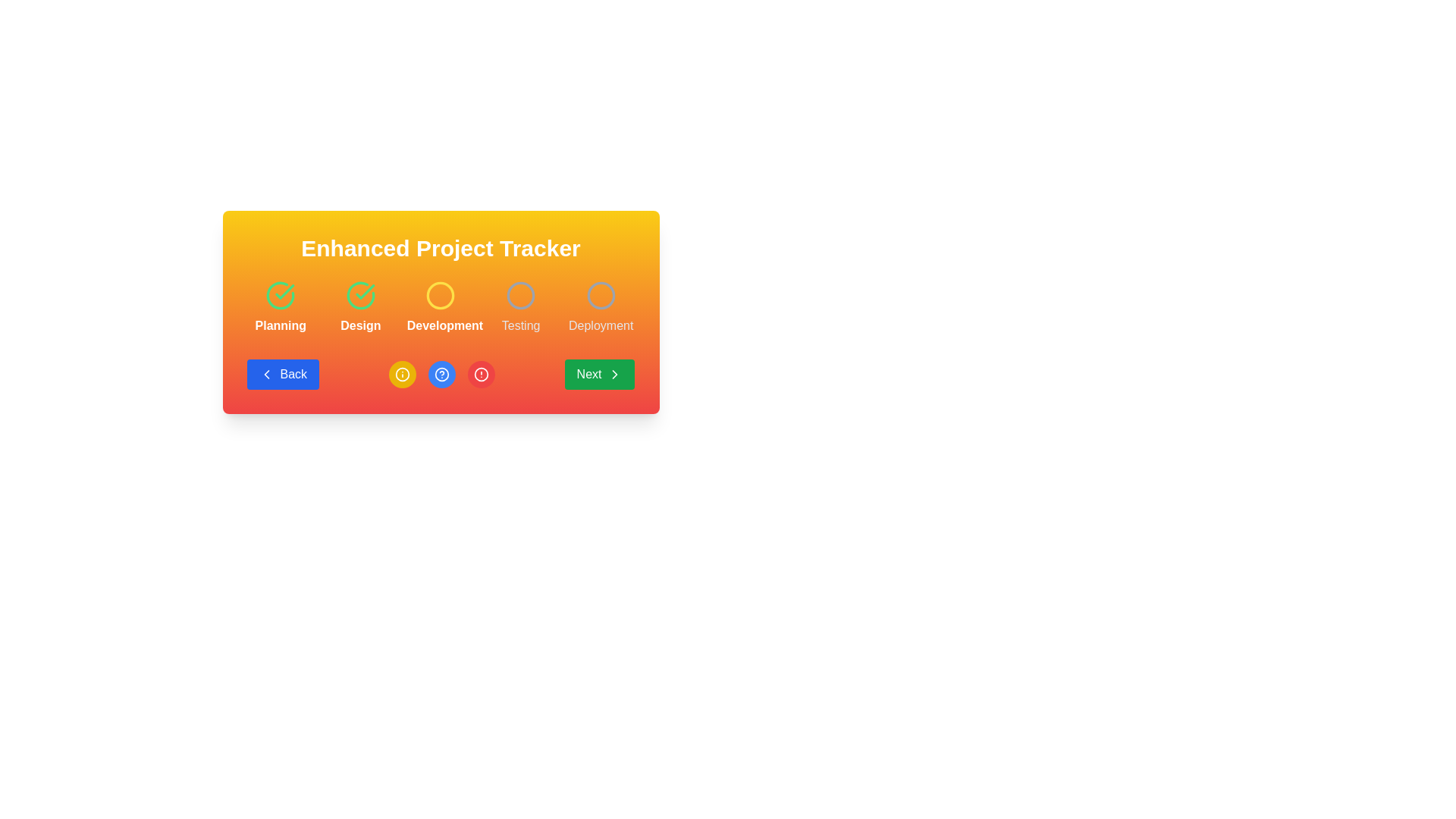 Image resolution: width=1456 pixels, height=819 pixels. I want to click on the Progress Indicator with Steps by navigating with the keyboard, so click(440, 307).